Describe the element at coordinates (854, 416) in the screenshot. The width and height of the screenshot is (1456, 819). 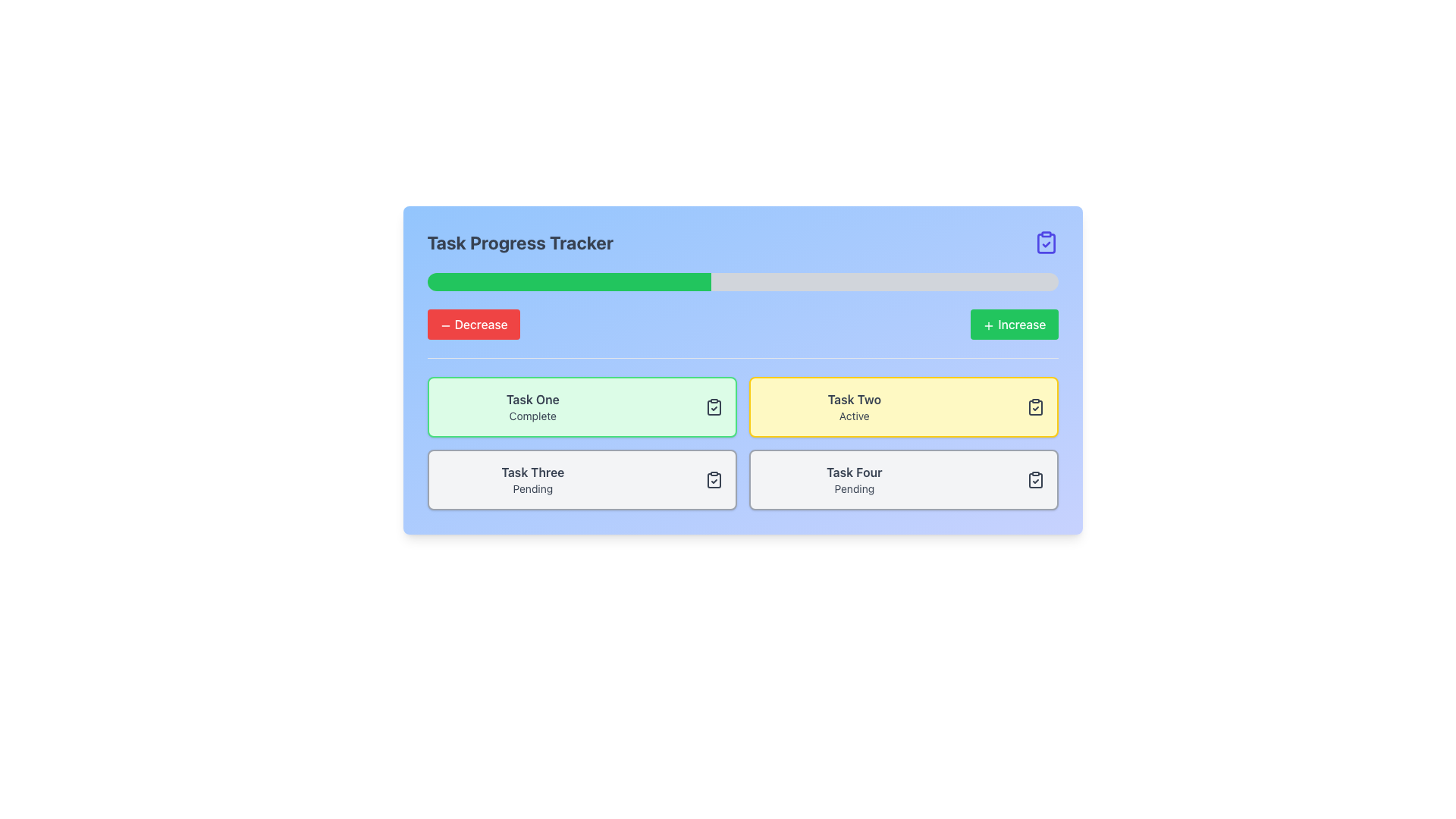
I see `the static text label indicating the status of 'Task Two' as 'Active', located at the bottom of the 'Task Two' card, centered horizontally and above a white rectangular icon` at that location.